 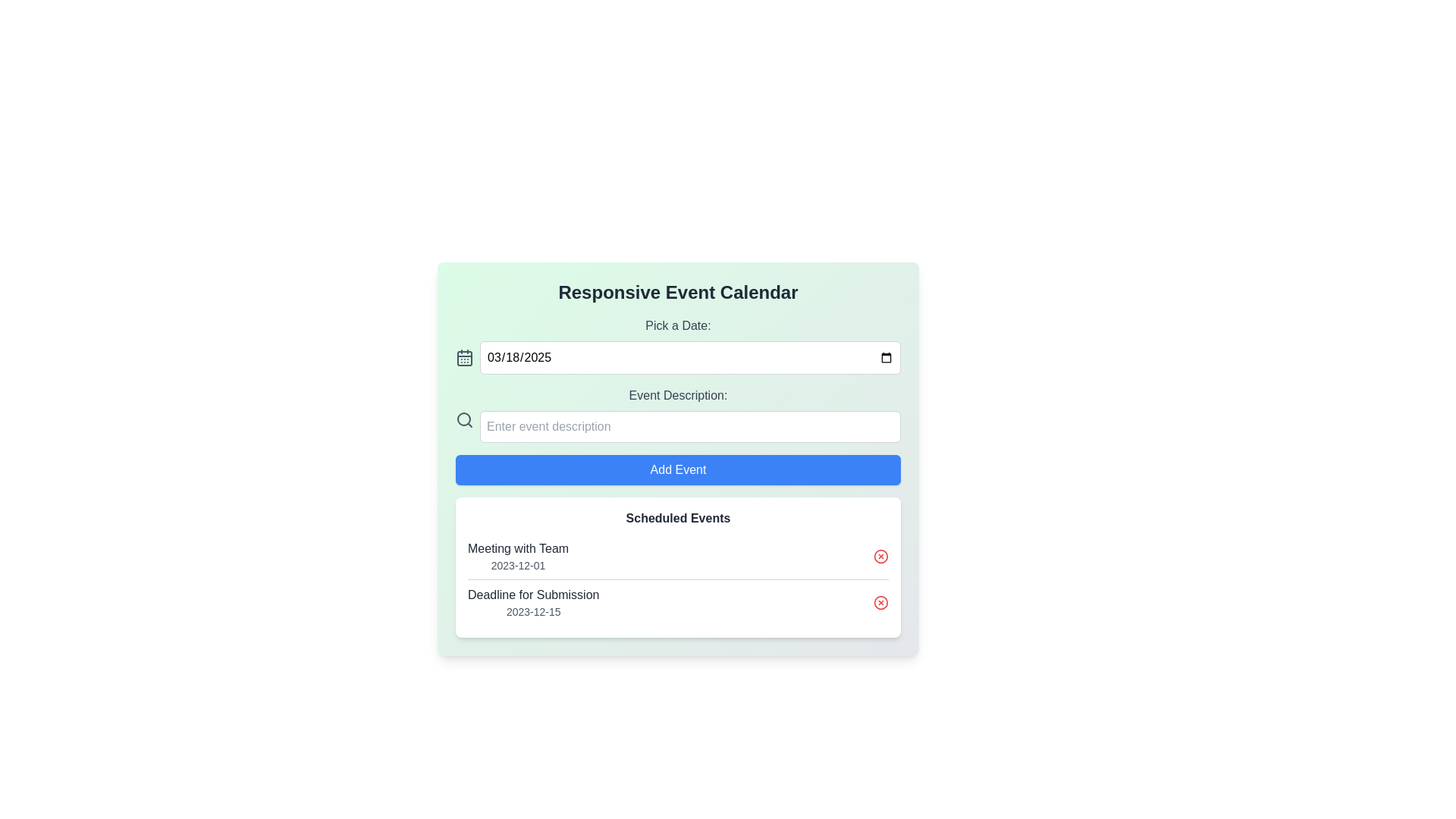 I want to click on the list of scheduled events located in the 'Scheduled Events' section of the interface, positioned below the 'Add Event' button, so click(x=677, y=579).